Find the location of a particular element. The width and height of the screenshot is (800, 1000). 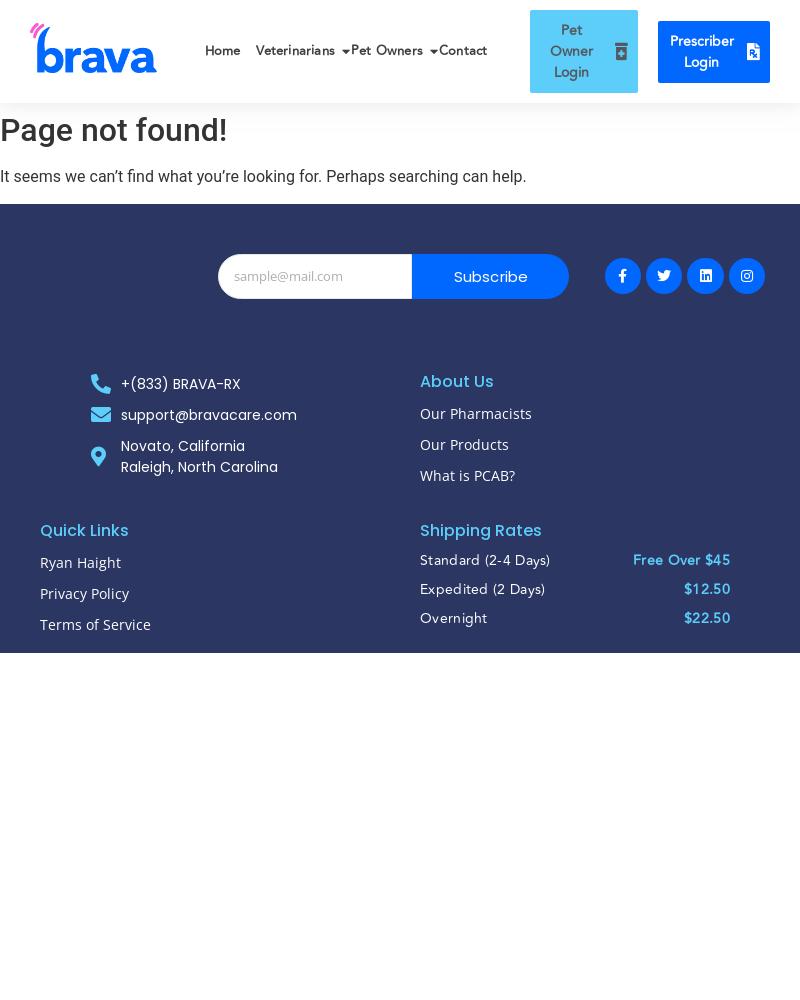

'What is PCAB?' is located at coordinates (467, 473).